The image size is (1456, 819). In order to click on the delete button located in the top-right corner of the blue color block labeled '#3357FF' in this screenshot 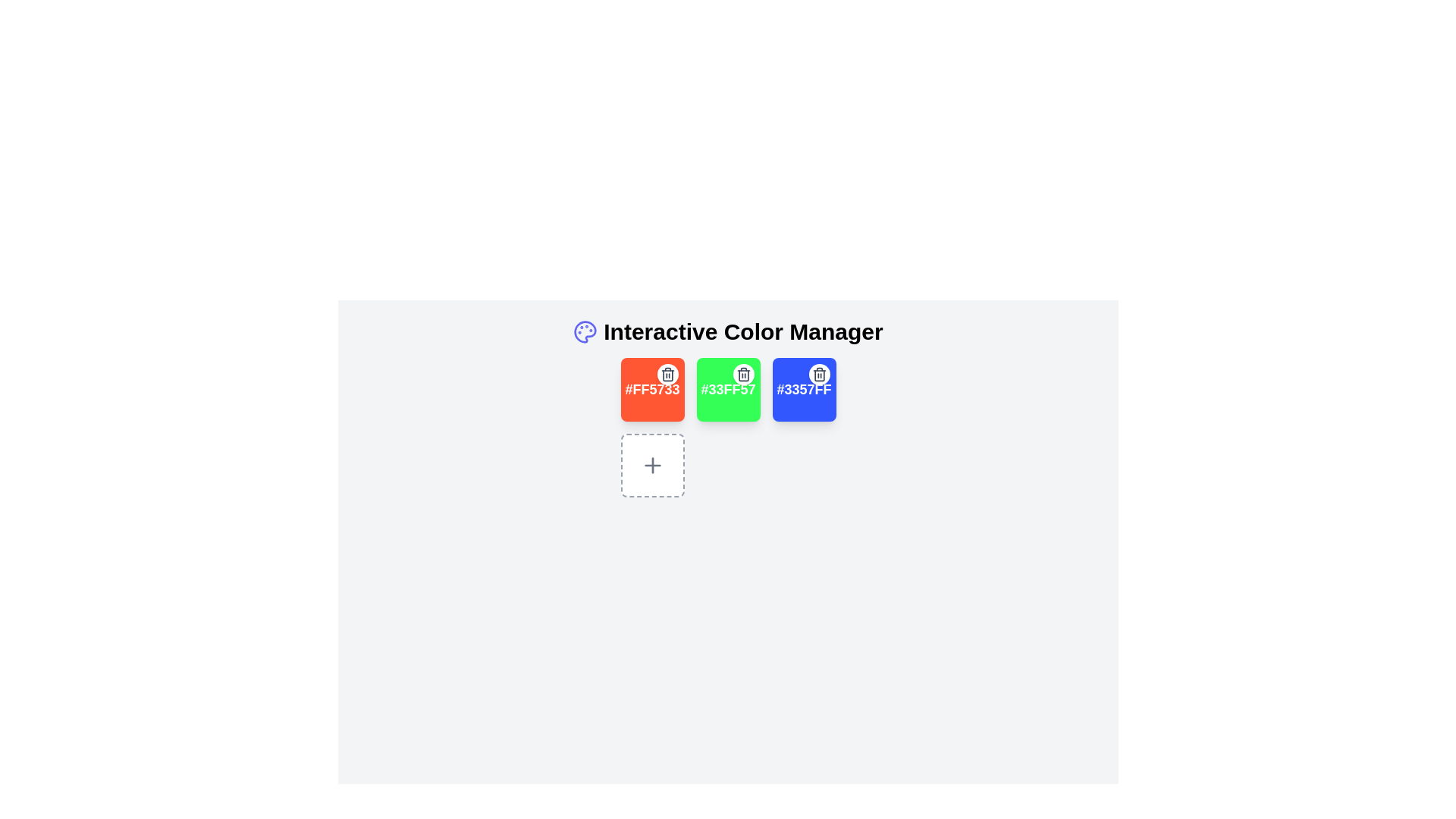, I will do `click(818, 374)`.